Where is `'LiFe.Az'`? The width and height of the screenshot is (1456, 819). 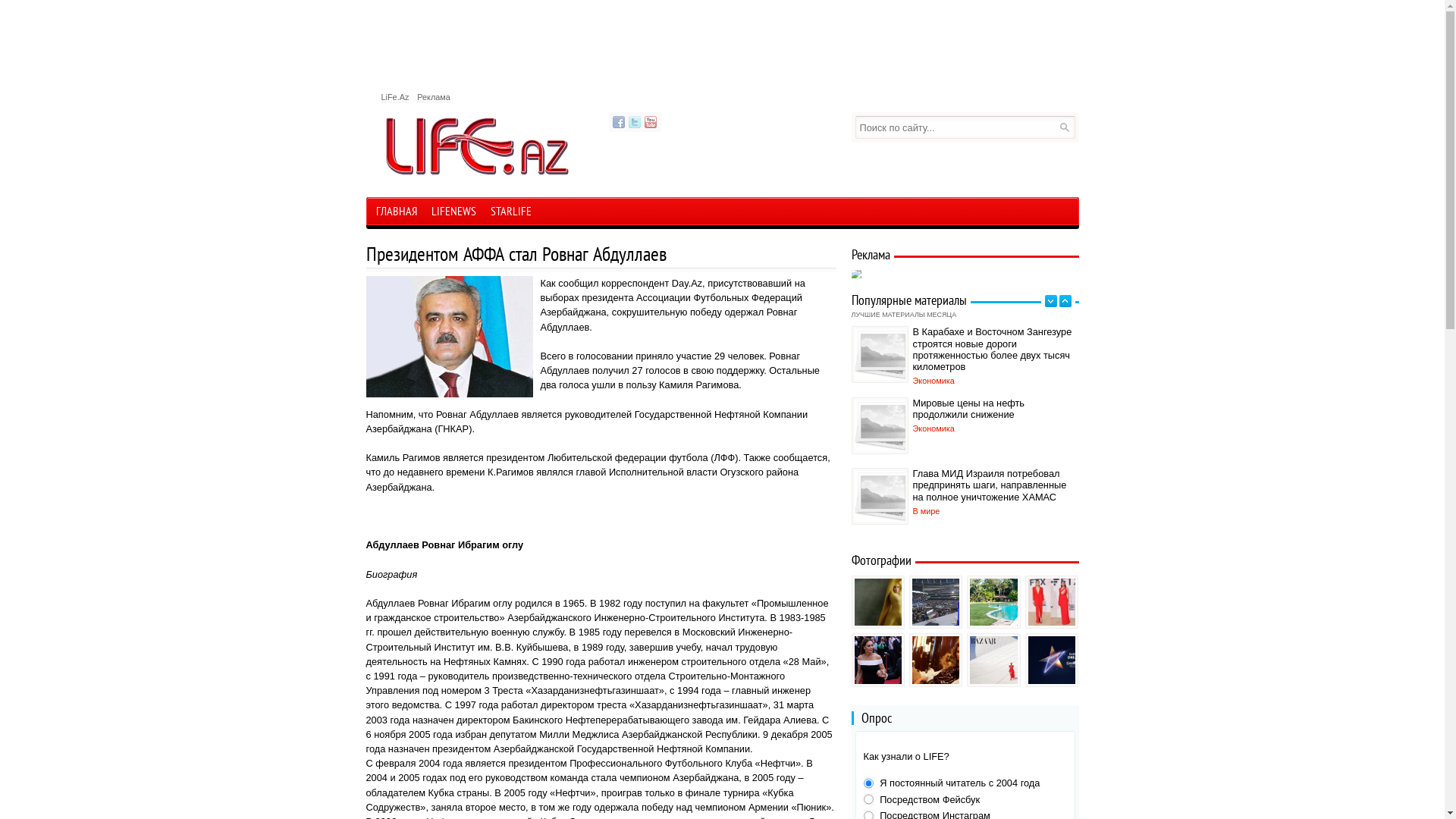 'LiFe.Az' is located at coordinates (381, 97).